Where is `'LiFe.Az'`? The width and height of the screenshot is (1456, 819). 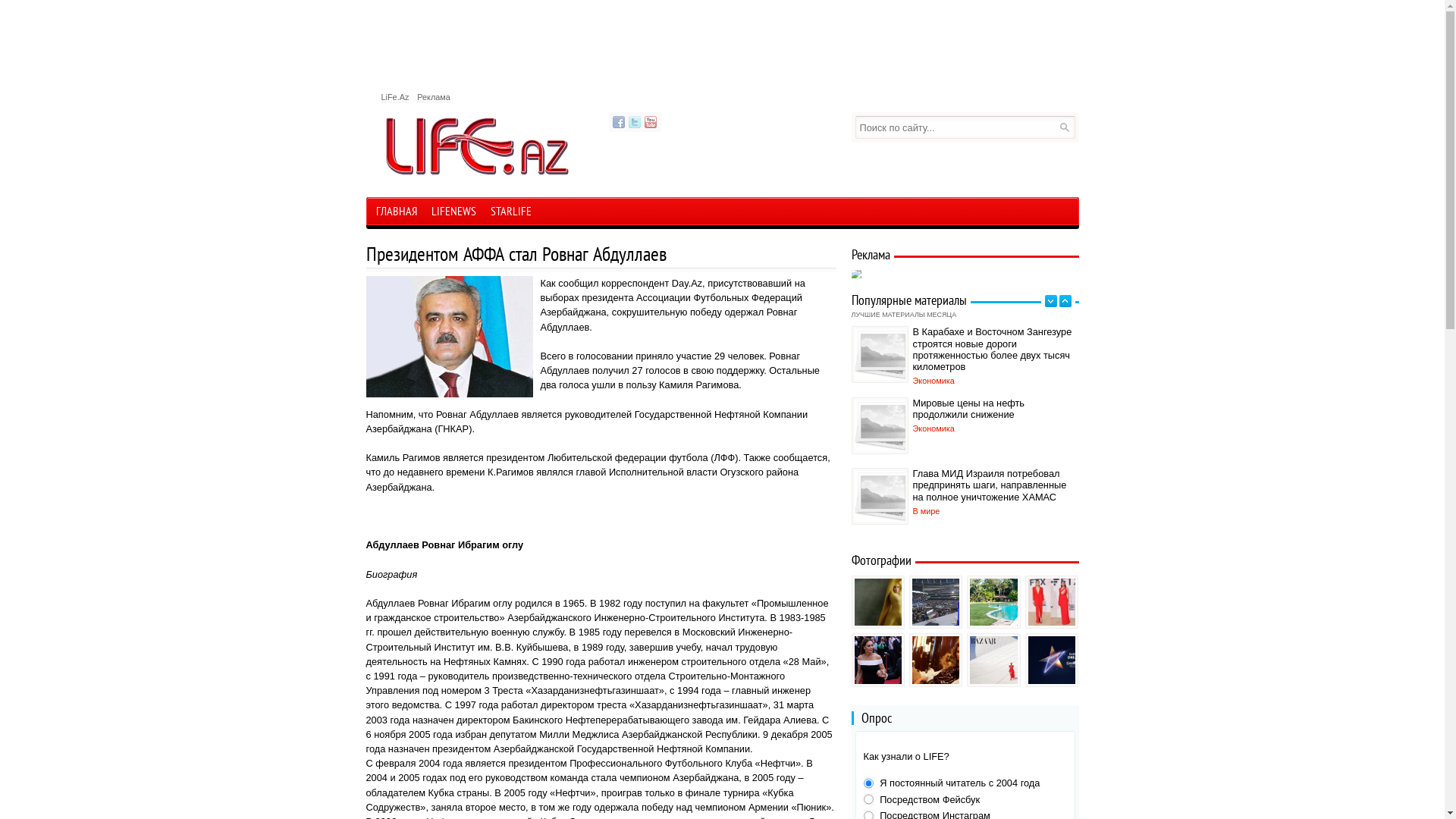 'LiFe.Az' is located at coordinates (381, 97).